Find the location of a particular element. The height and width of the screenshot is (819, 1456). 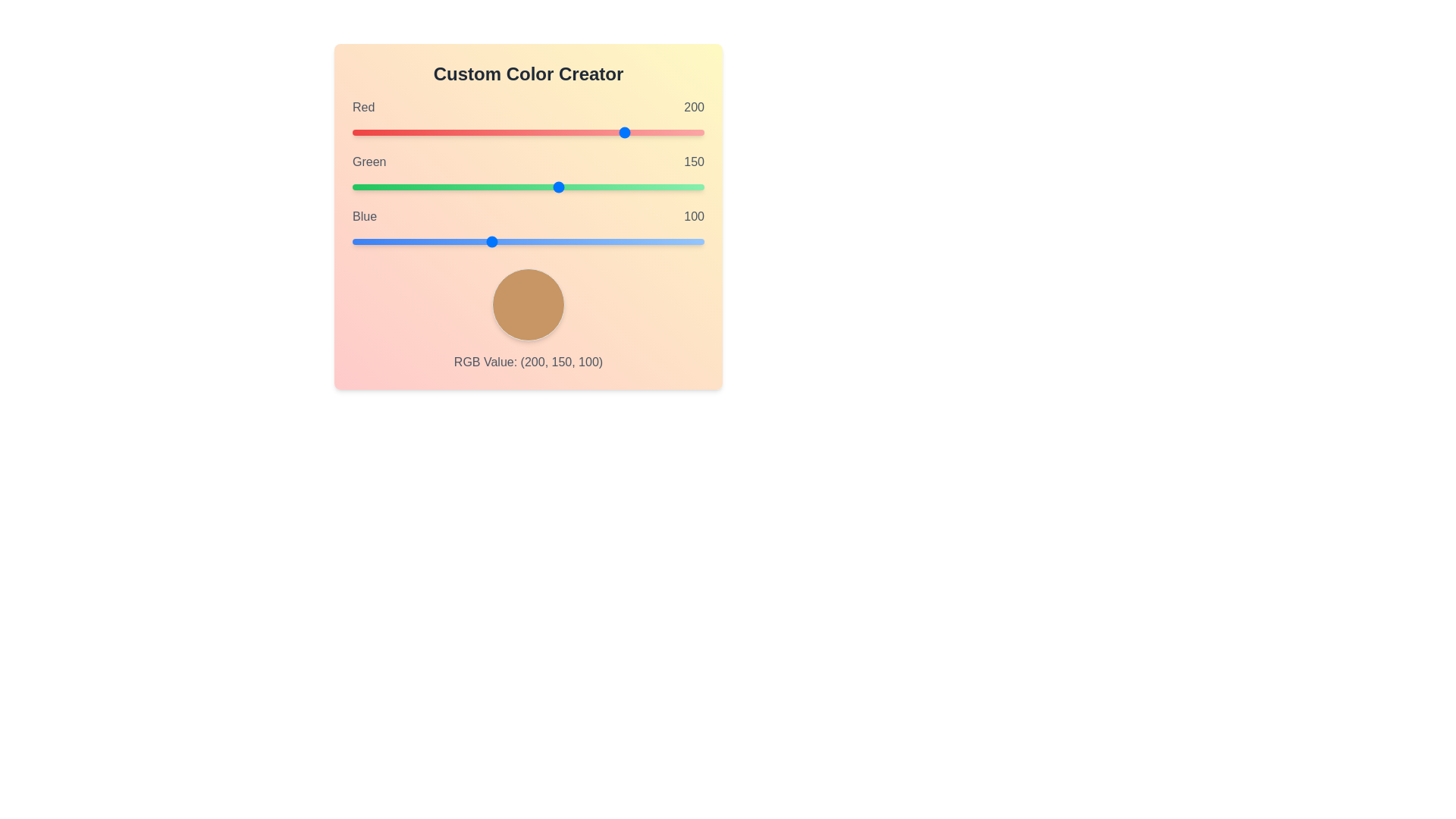

the red slider to set the red value to 31 is located at coordinates (395, 131).